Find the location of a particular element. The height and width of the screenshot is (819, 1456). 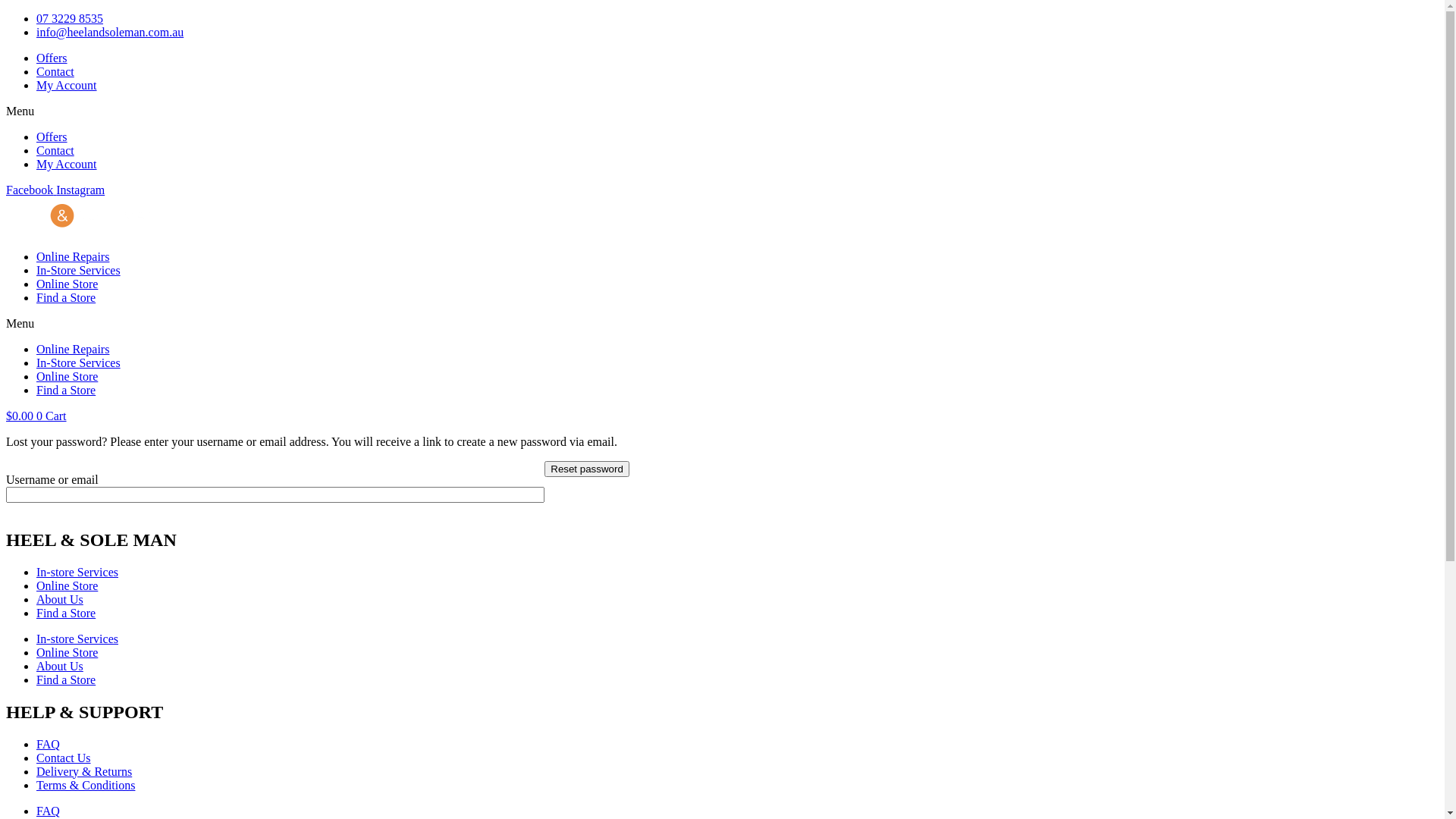

'Offers' is located at coordinates (36, 57).